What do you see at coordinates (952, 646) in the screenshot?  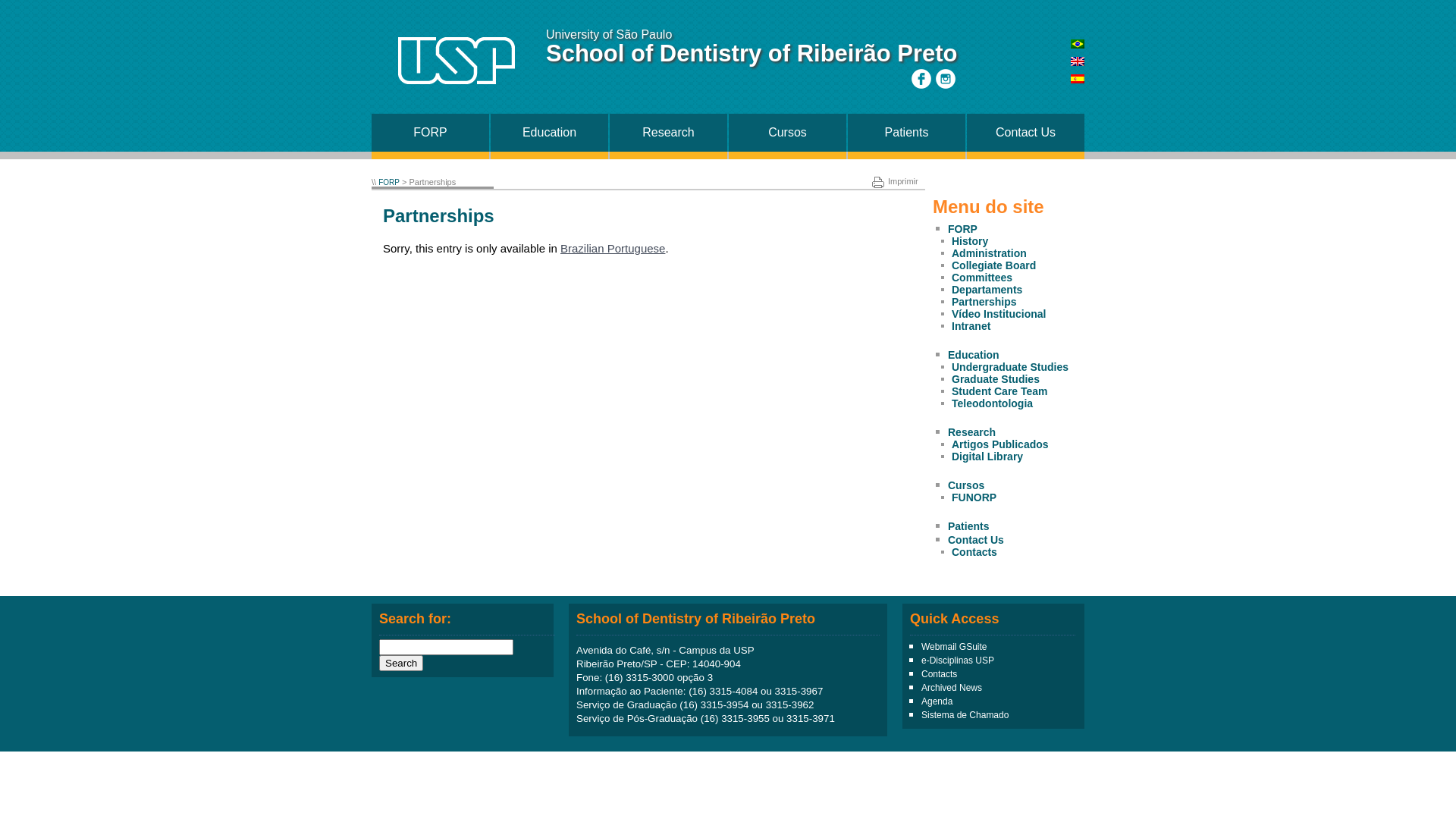 I see `'Webmail GSuite'` at bounding box center [952, 646].